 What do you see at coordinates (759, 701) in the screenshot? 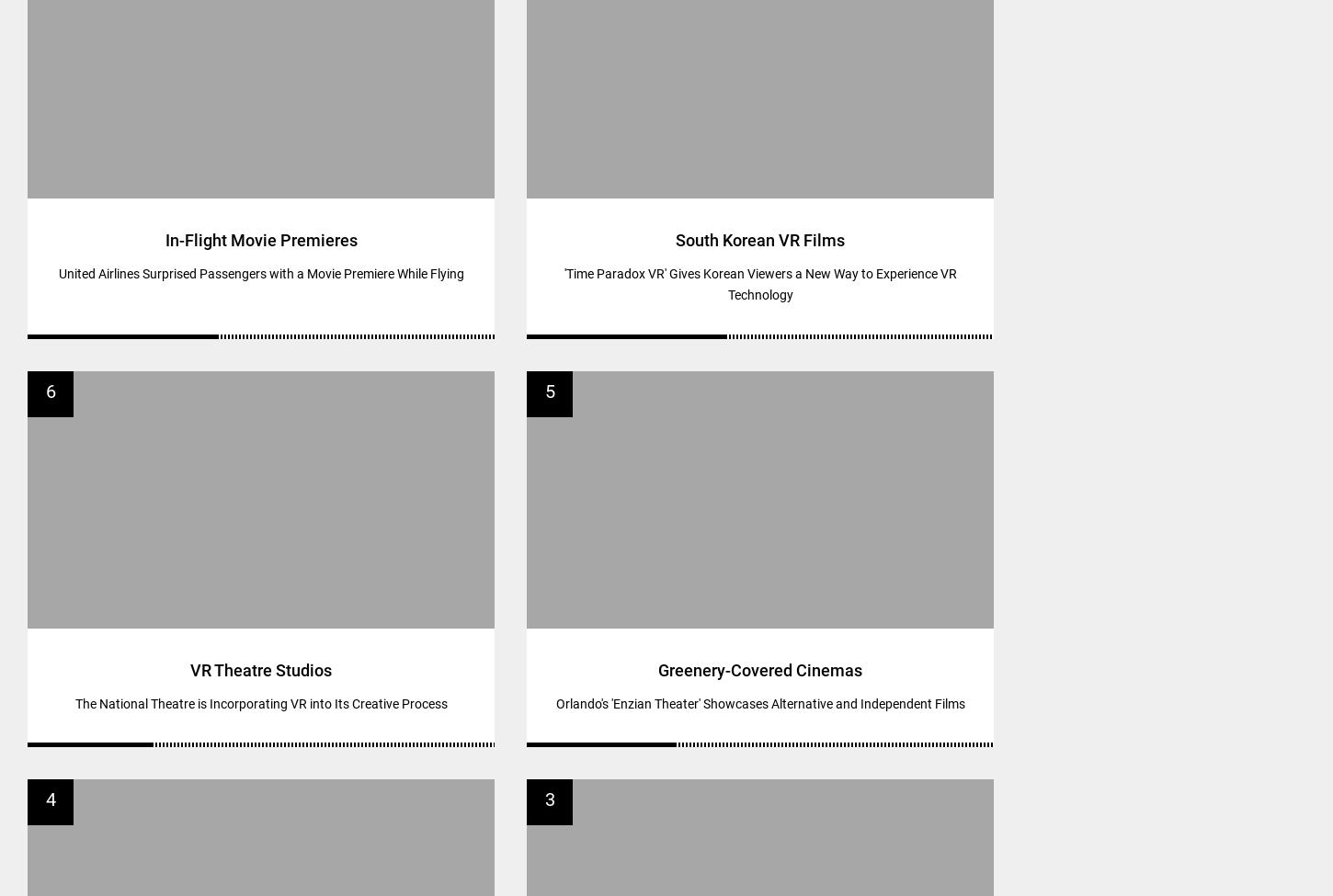
I see `'Orlando's 'Enzian Theater' Showcases Alternative and Independent Films'` at bounding box center [759, 701].